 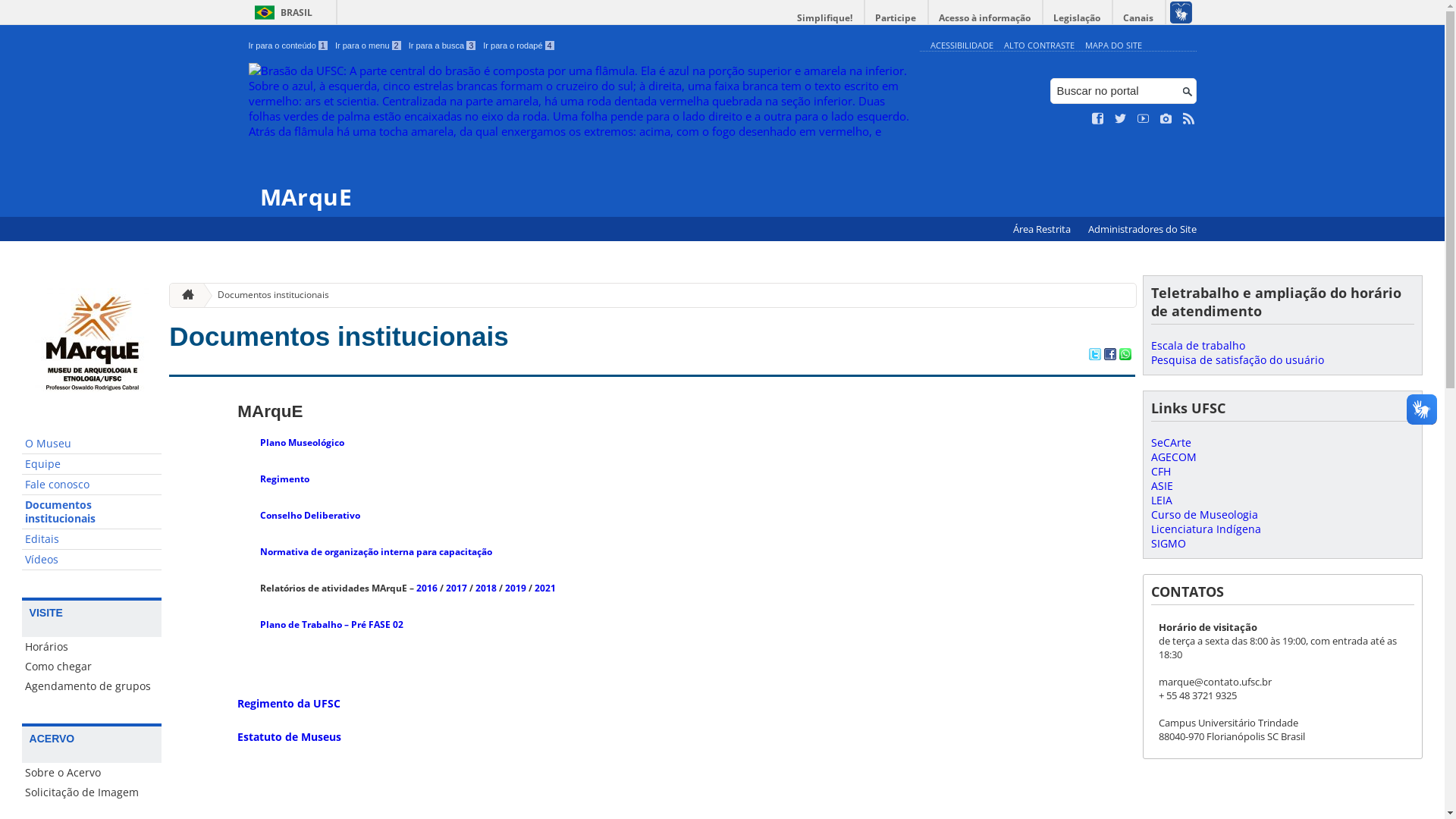 What do you see at coordinates (486, 587) in the screenshot?
I see `'2018'` at bounding box center [486, 587].